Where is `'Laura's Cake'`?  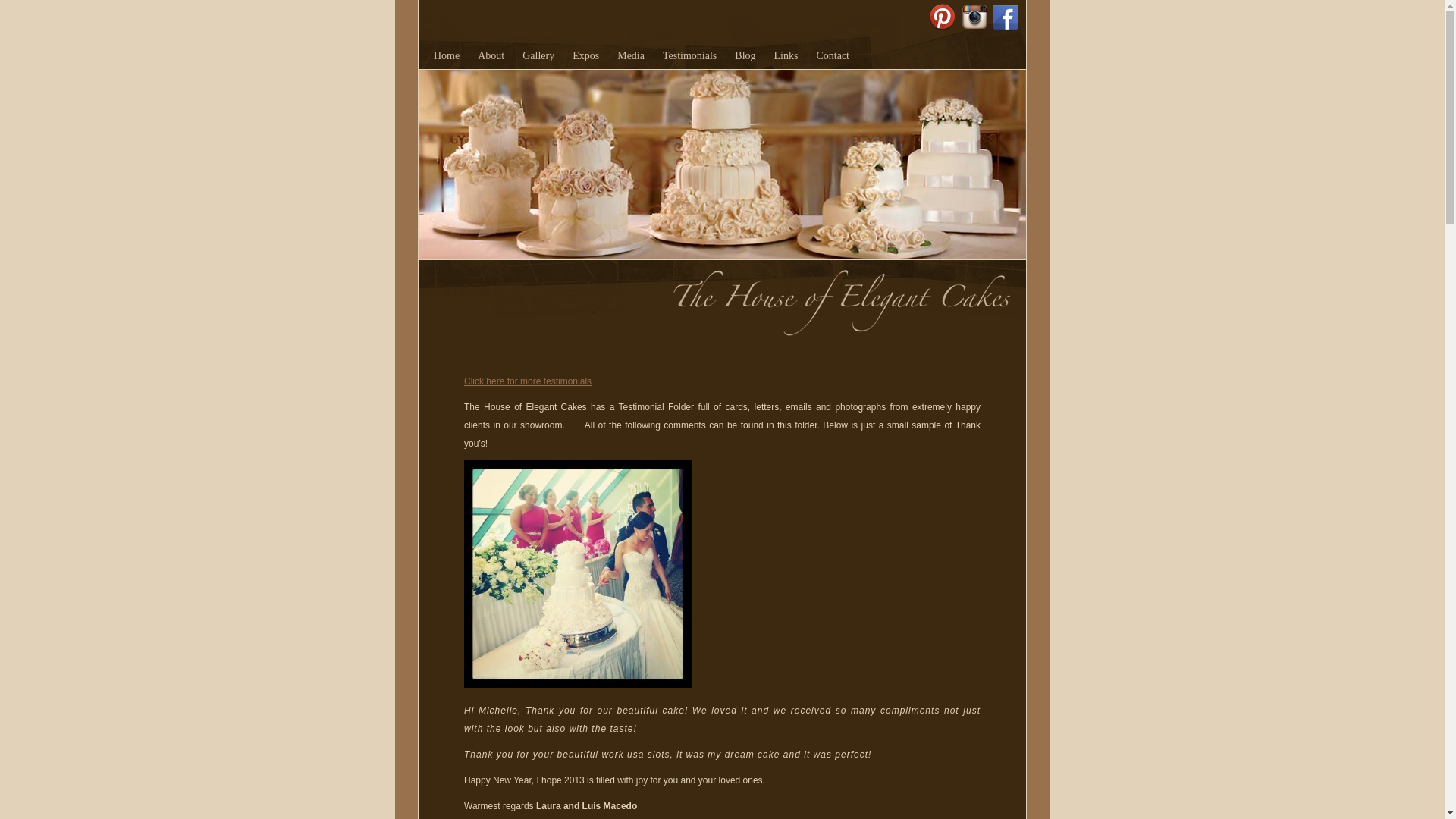 'Laura's Cake' is located at coordinates (577, 573).